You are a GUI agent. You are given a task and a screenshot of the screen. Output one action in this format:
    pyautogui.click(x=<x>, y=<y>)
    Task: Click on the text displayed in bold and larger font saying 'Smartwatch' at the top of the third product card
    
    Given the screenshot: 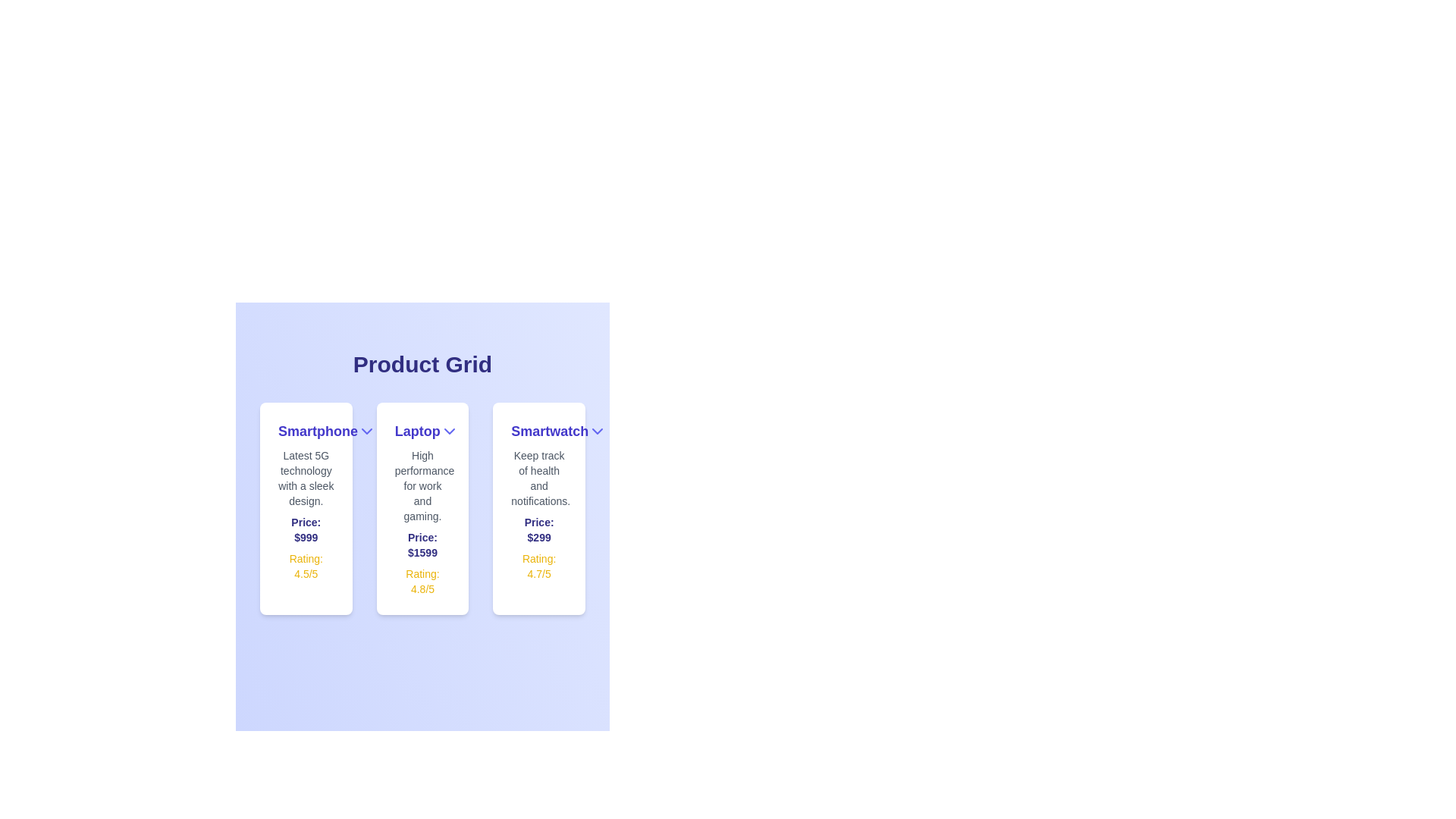 What is the action you would take?
    pyautogui.click(x=549, y=431)
    